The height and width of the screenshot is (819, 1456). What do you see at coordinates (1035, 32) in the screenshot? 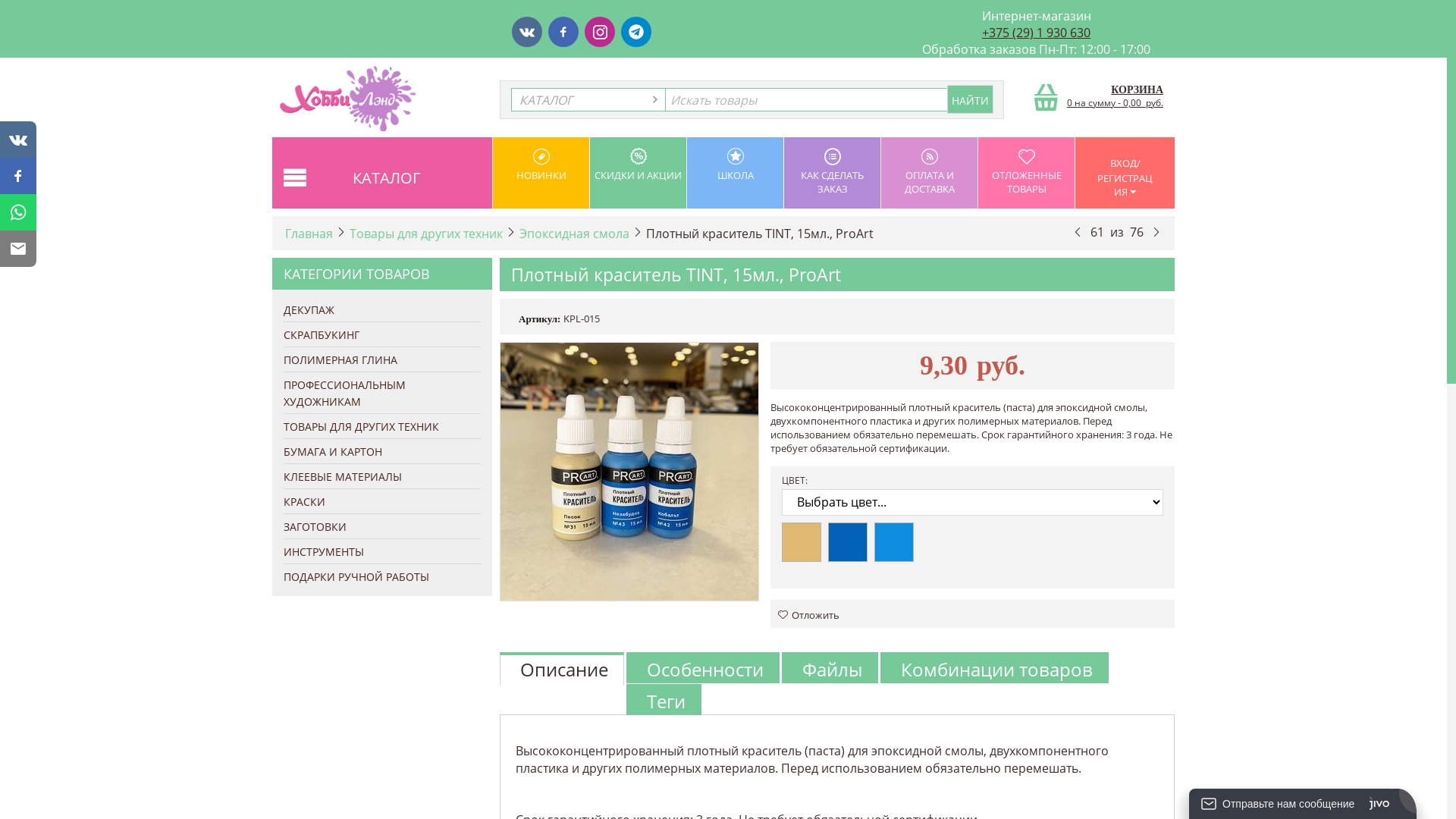
I see `'+375 (29) 1 930 630'` at bounding box center [1035, 32].